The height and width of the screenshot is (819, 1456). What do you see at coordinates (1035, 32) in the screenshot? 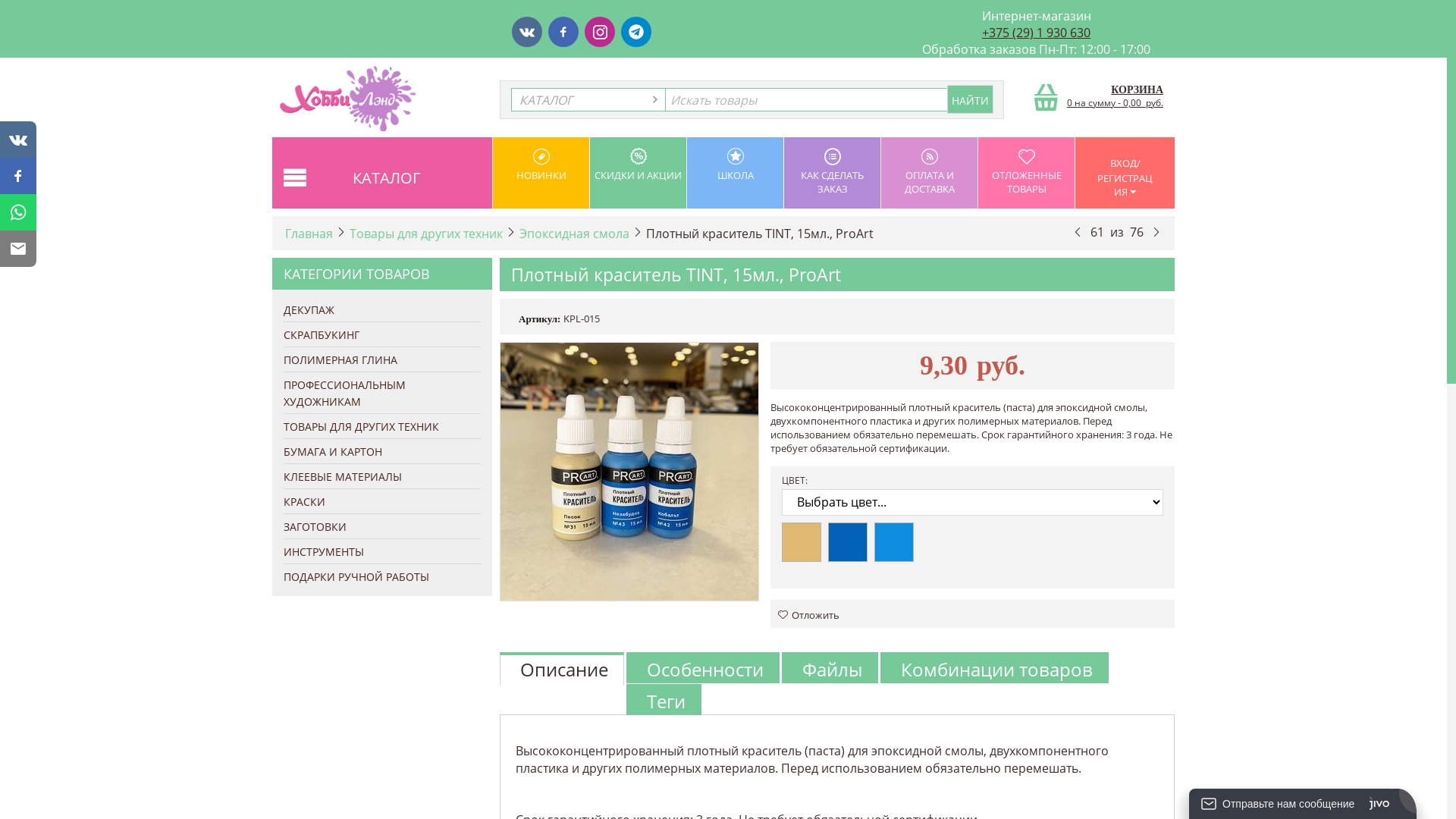
I see `'+375 (29) 1 930 630'` at bounding box center [1035, 32].